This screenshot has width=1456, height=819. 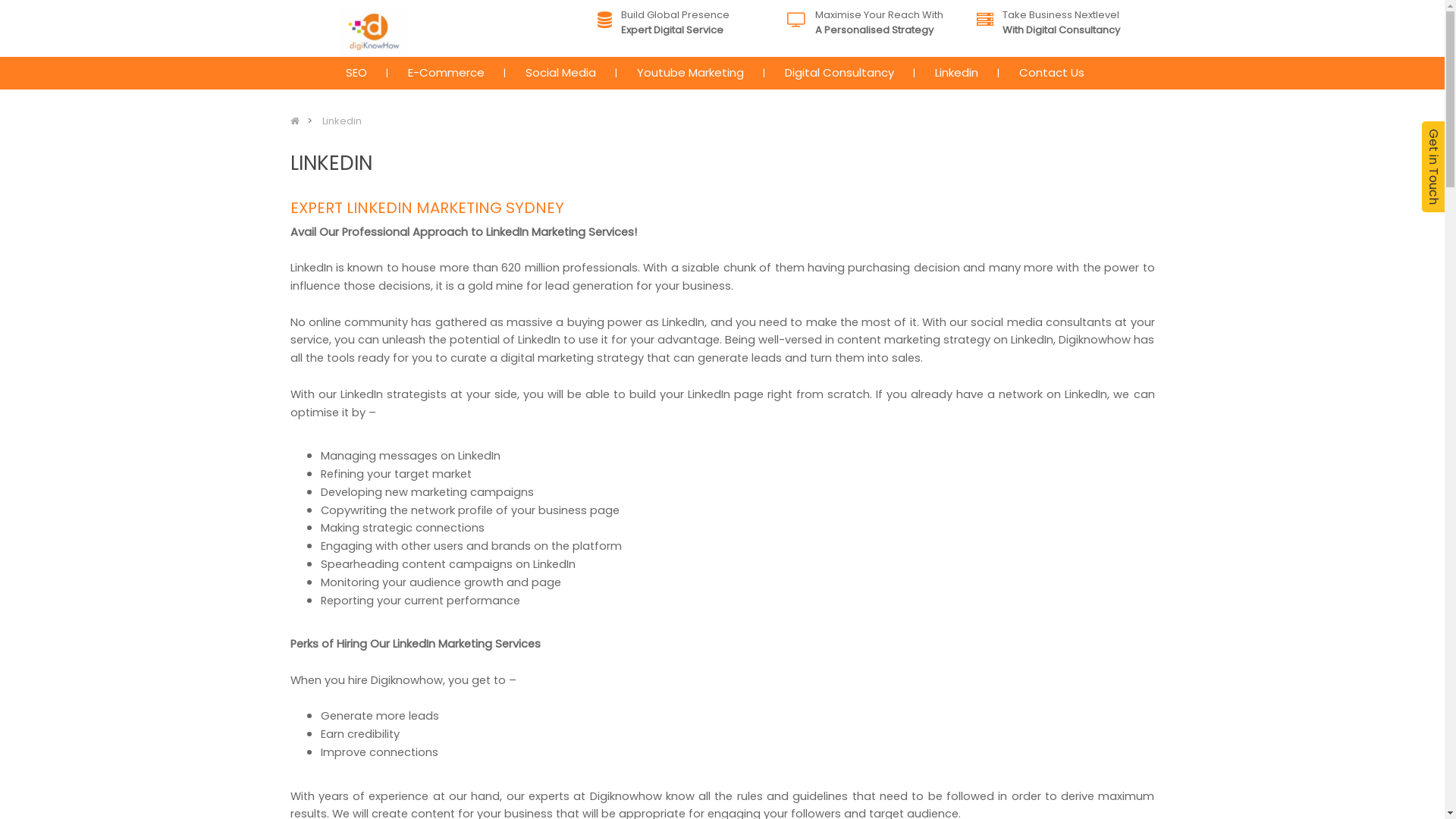 I want to click on 'Digital Consultancy', so click(x=839, y=73).